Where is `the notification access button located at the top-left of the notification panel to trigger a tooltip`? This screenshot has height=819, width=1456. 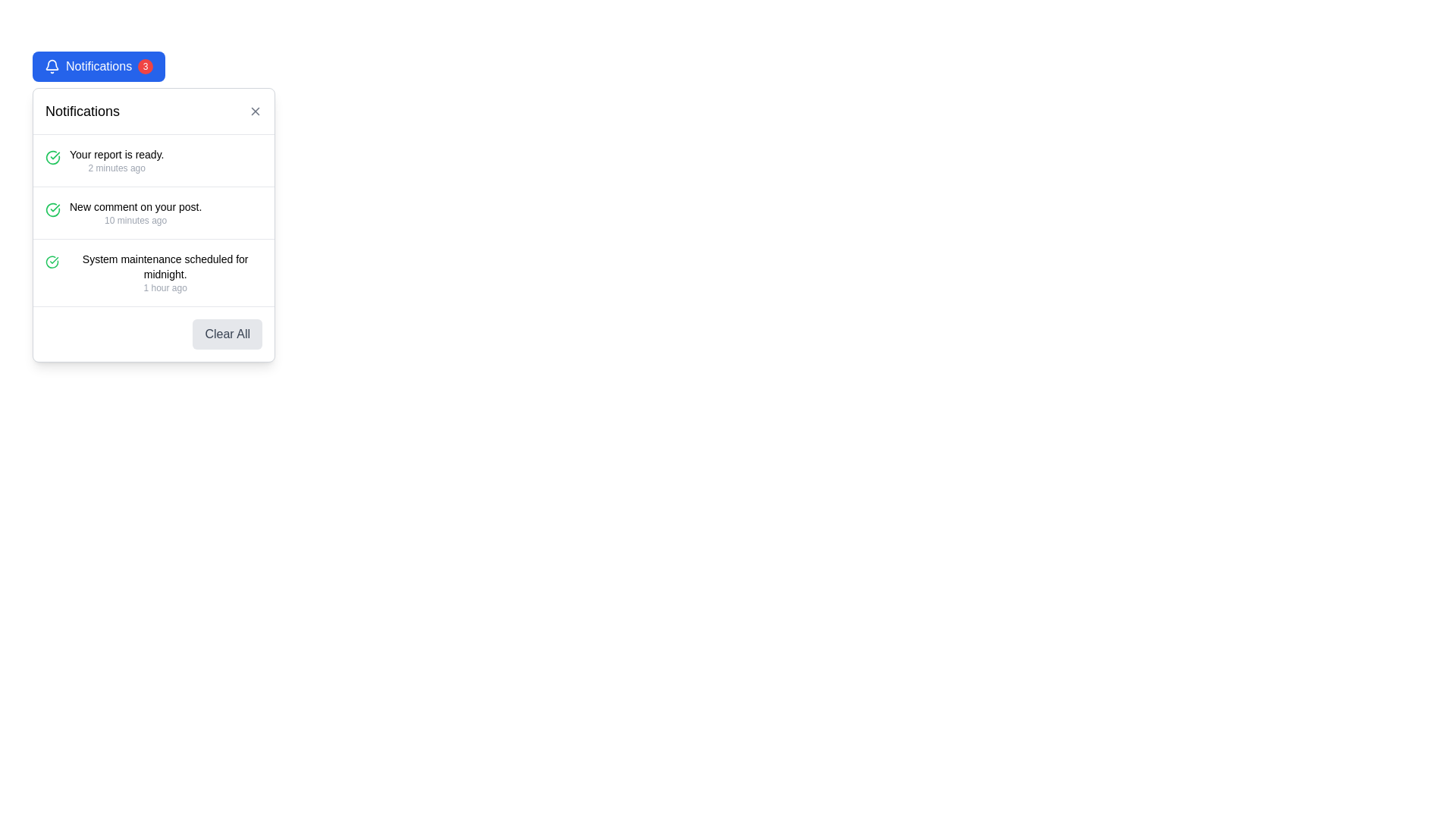
the notification access button located at the top-left of the notification panel to trigger a tooltip is located at coordinates (98, 66).